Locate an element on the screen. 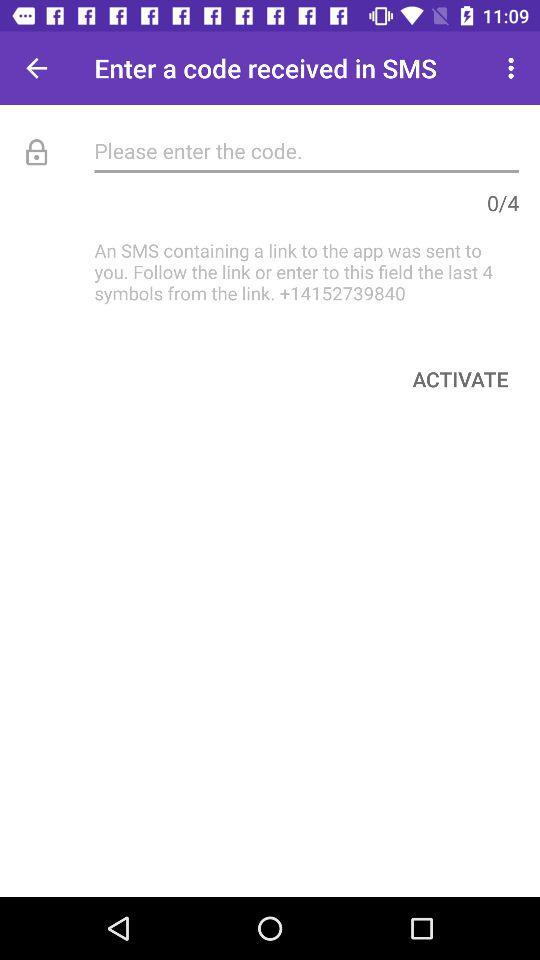 This screenshot has width=540, height=960. the icon next to the enter a code is located at coordinates (513, 68).